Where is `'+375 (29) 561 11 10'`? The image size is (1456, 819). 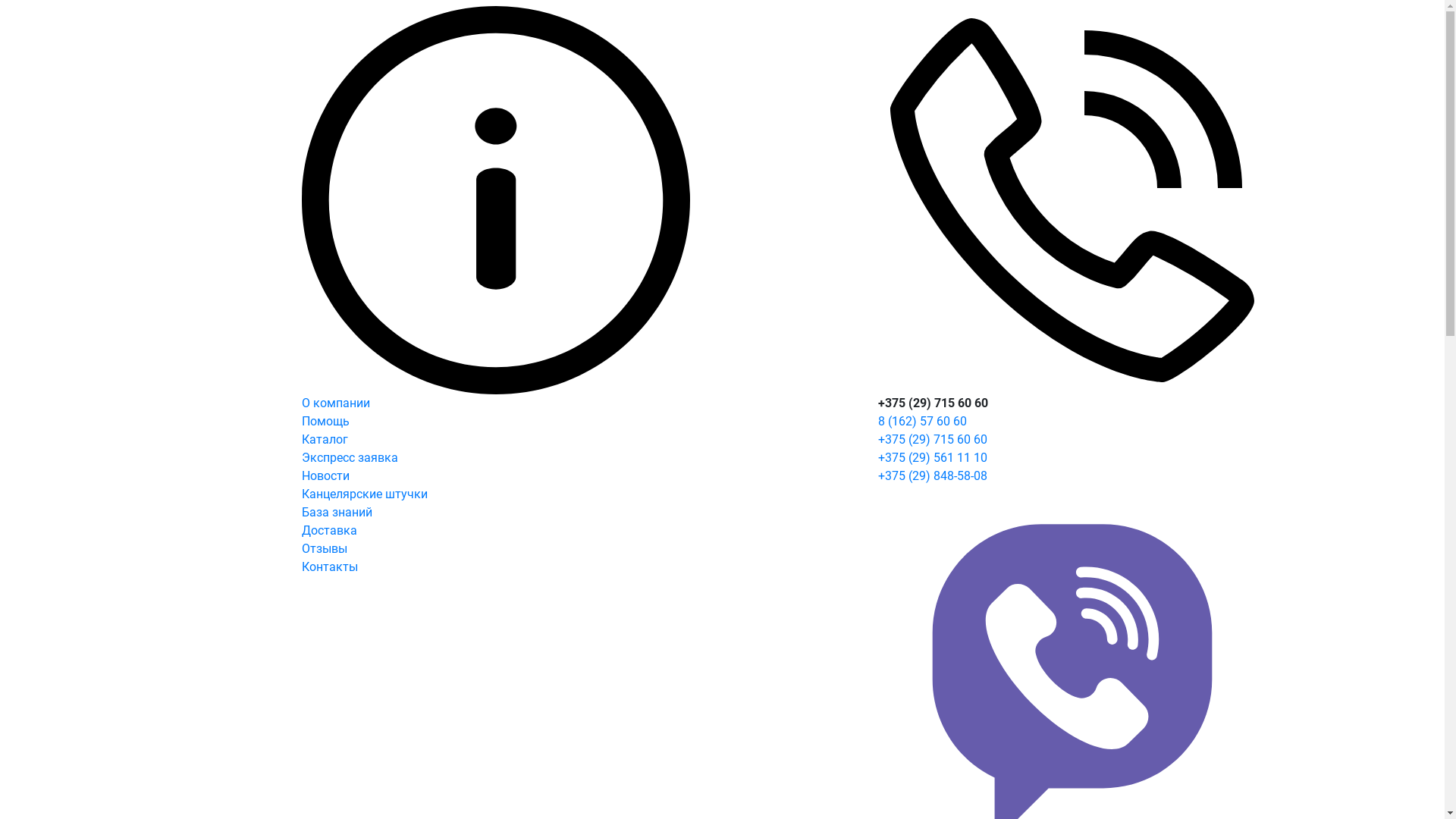 '+375 (29) 561 11 10' is located at coordinates (931, 457).